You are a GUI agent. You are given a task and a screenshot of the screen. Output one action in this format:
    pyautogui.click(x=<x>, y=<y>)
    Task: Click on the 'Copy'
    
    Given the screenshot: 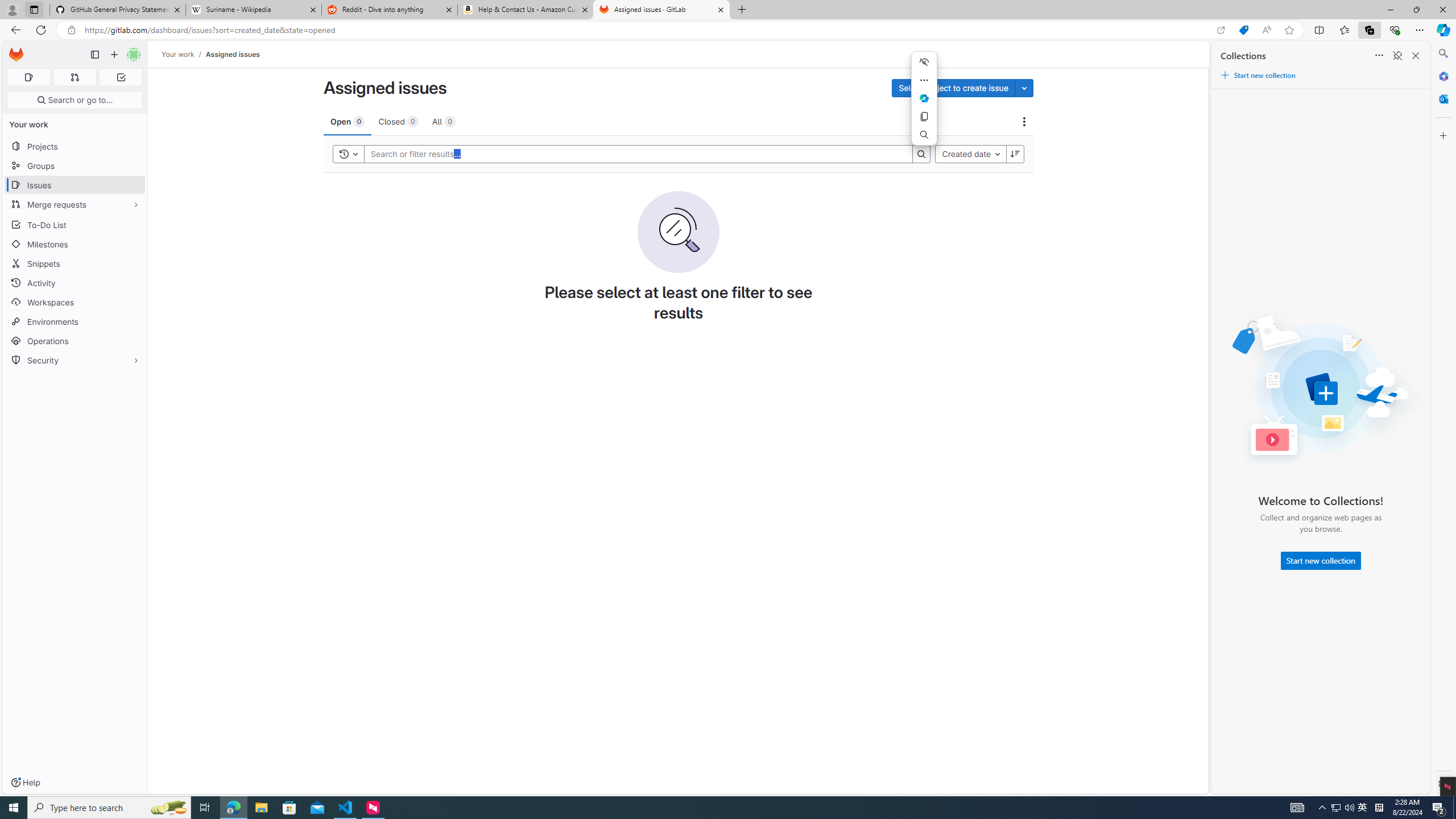 What is the action you would take?
    pyautogui.click(x=923, y=115)
    